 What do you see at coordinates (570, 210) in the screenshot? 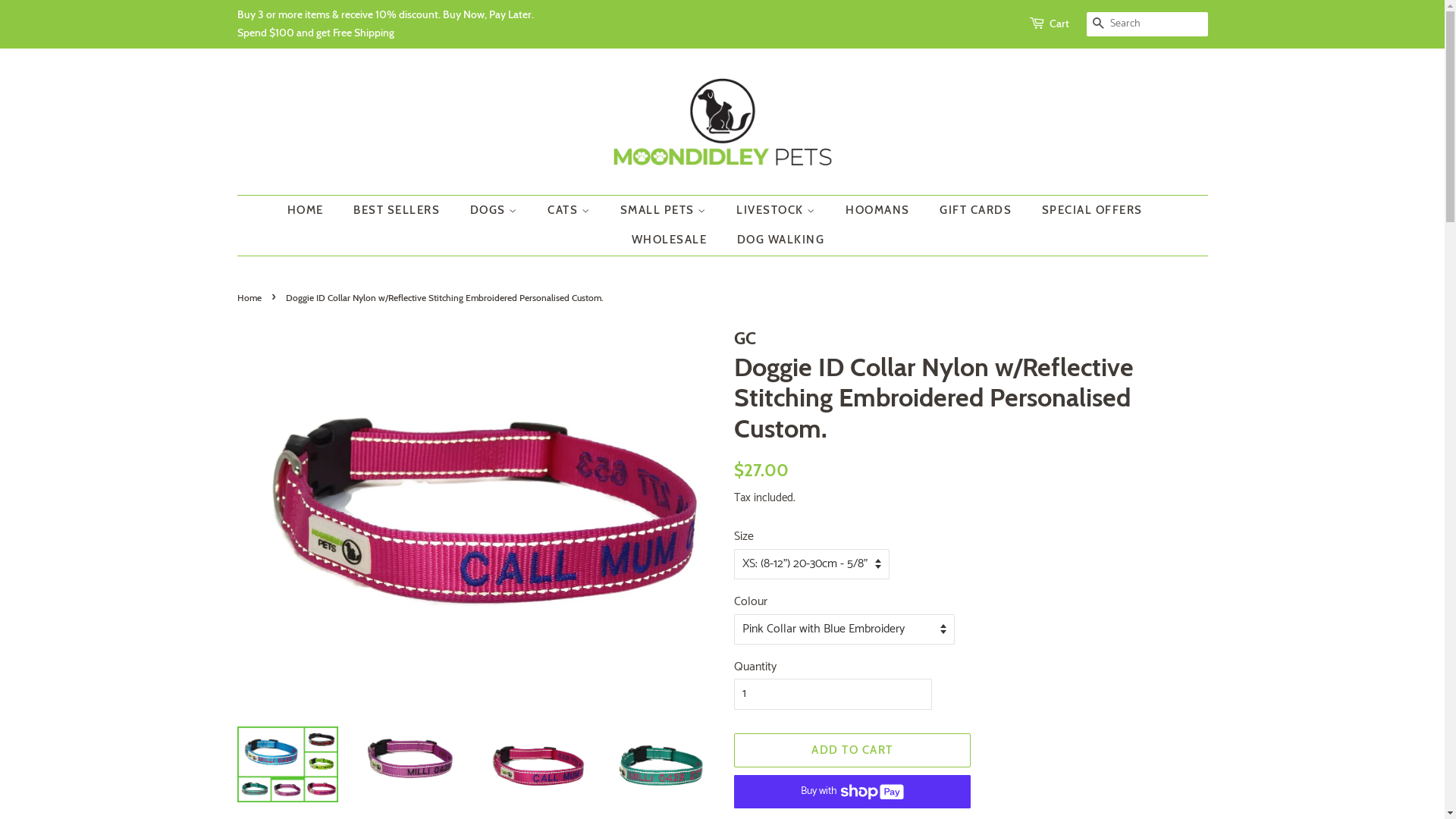
I see `'CATS'` at bounding box center [570, 210].